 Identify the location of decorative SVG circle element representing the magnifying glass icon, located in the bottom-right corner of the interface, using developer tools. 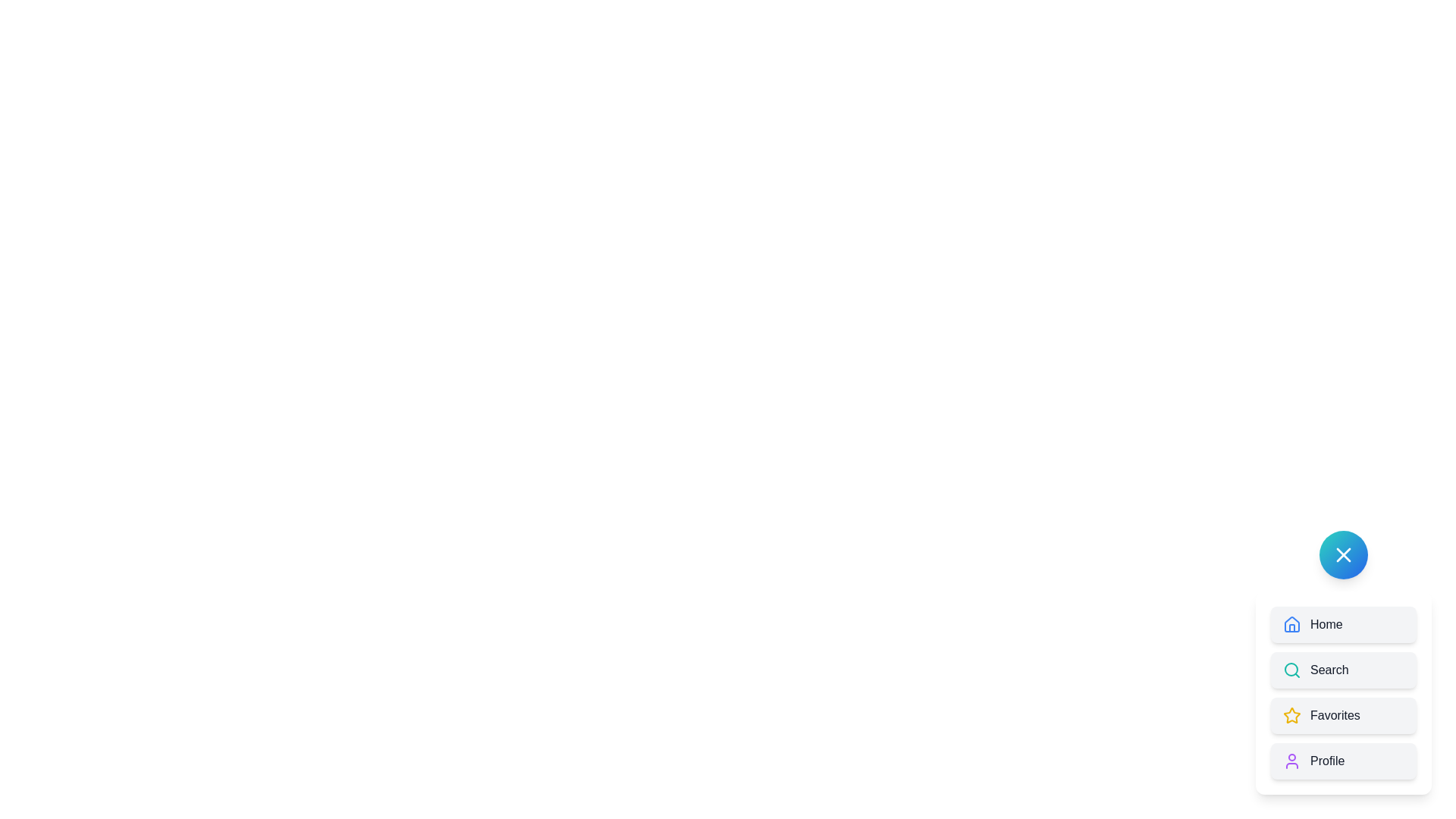
(1291, 669).